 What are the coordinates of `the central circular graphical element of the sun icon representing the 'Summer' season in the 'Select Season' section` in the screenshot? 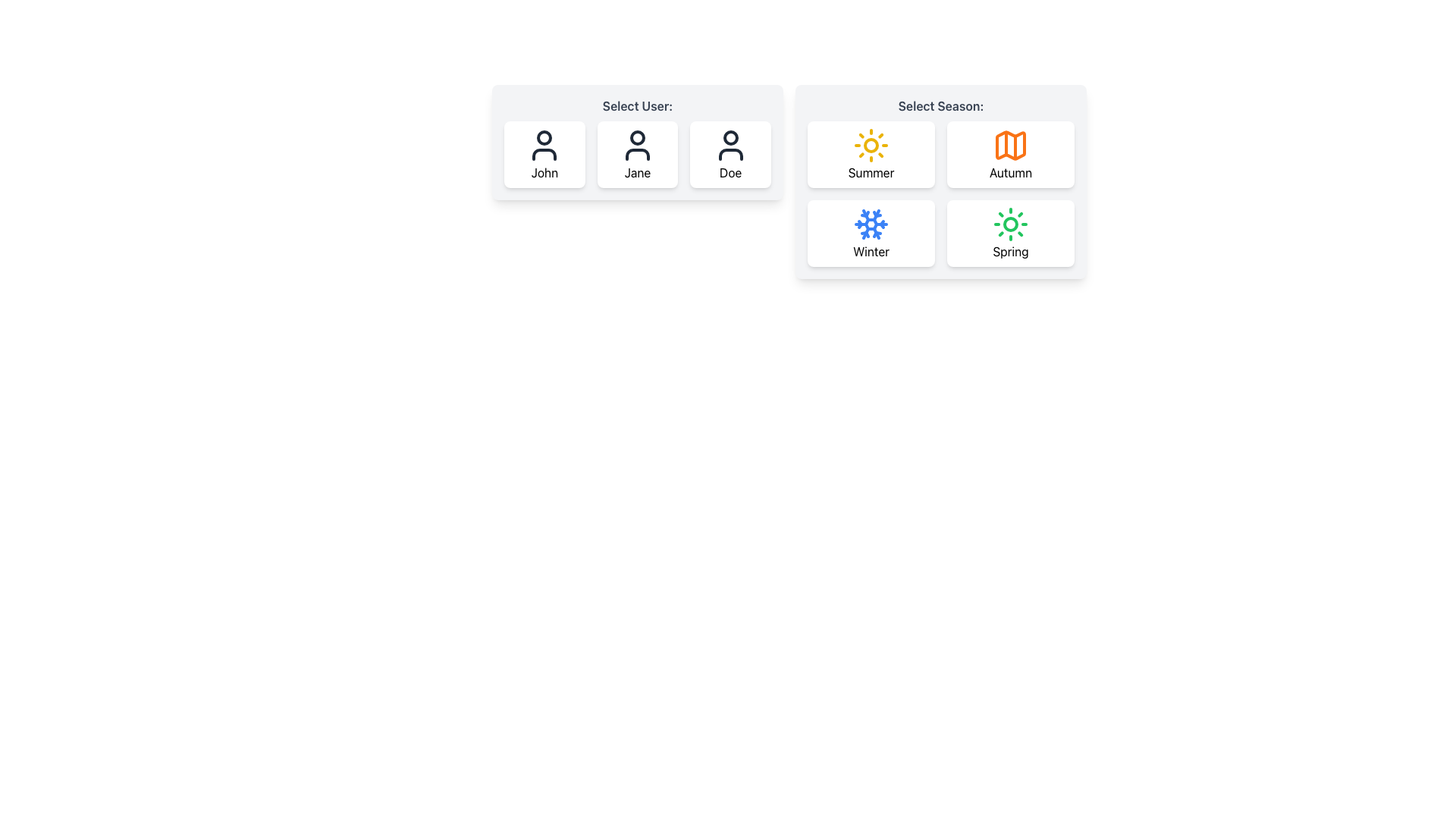 It's located at (871, 146).